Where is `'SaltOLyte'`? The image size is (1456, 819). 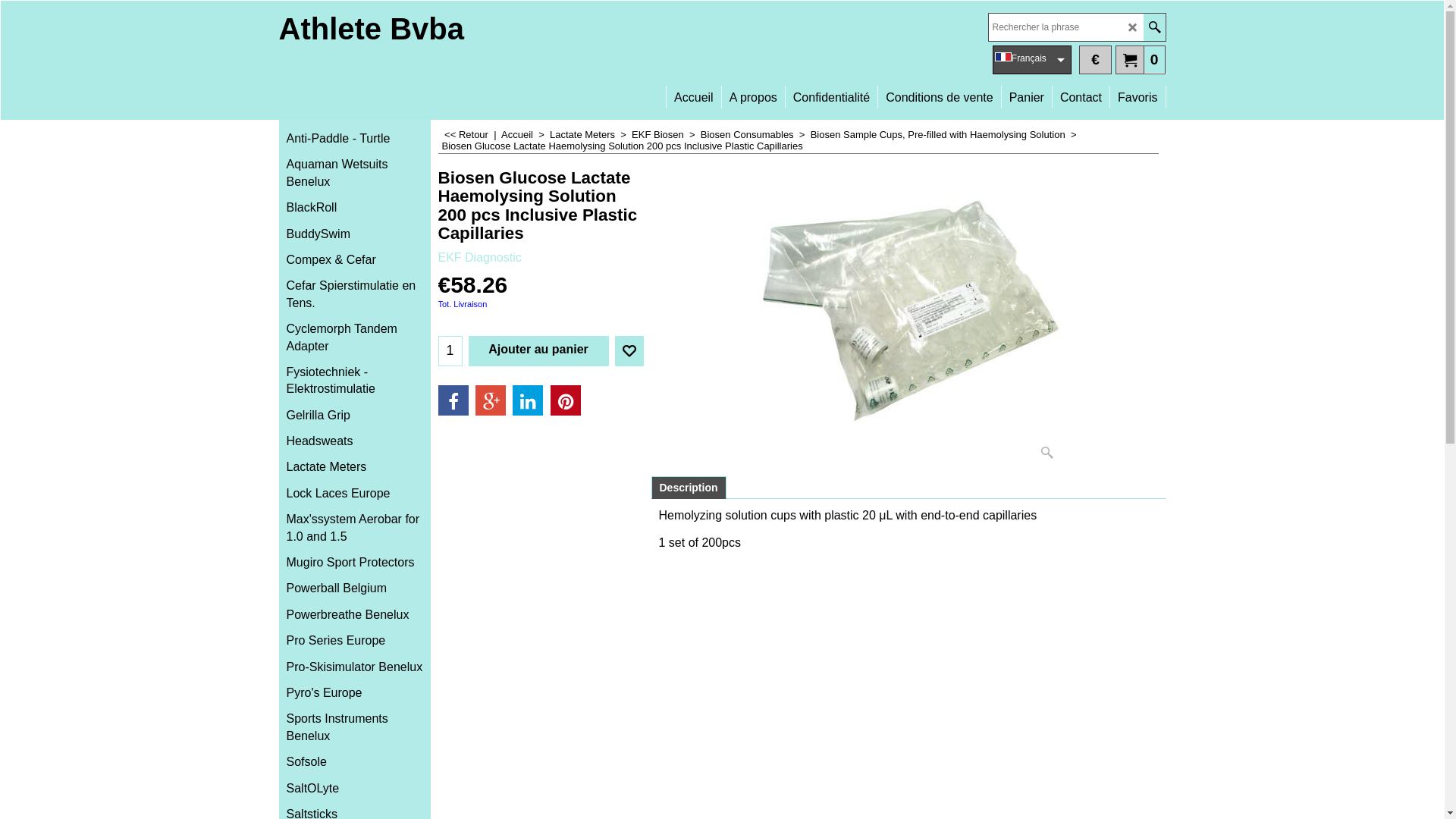
'SaltOLyte' is located at coordinates (354, 788).